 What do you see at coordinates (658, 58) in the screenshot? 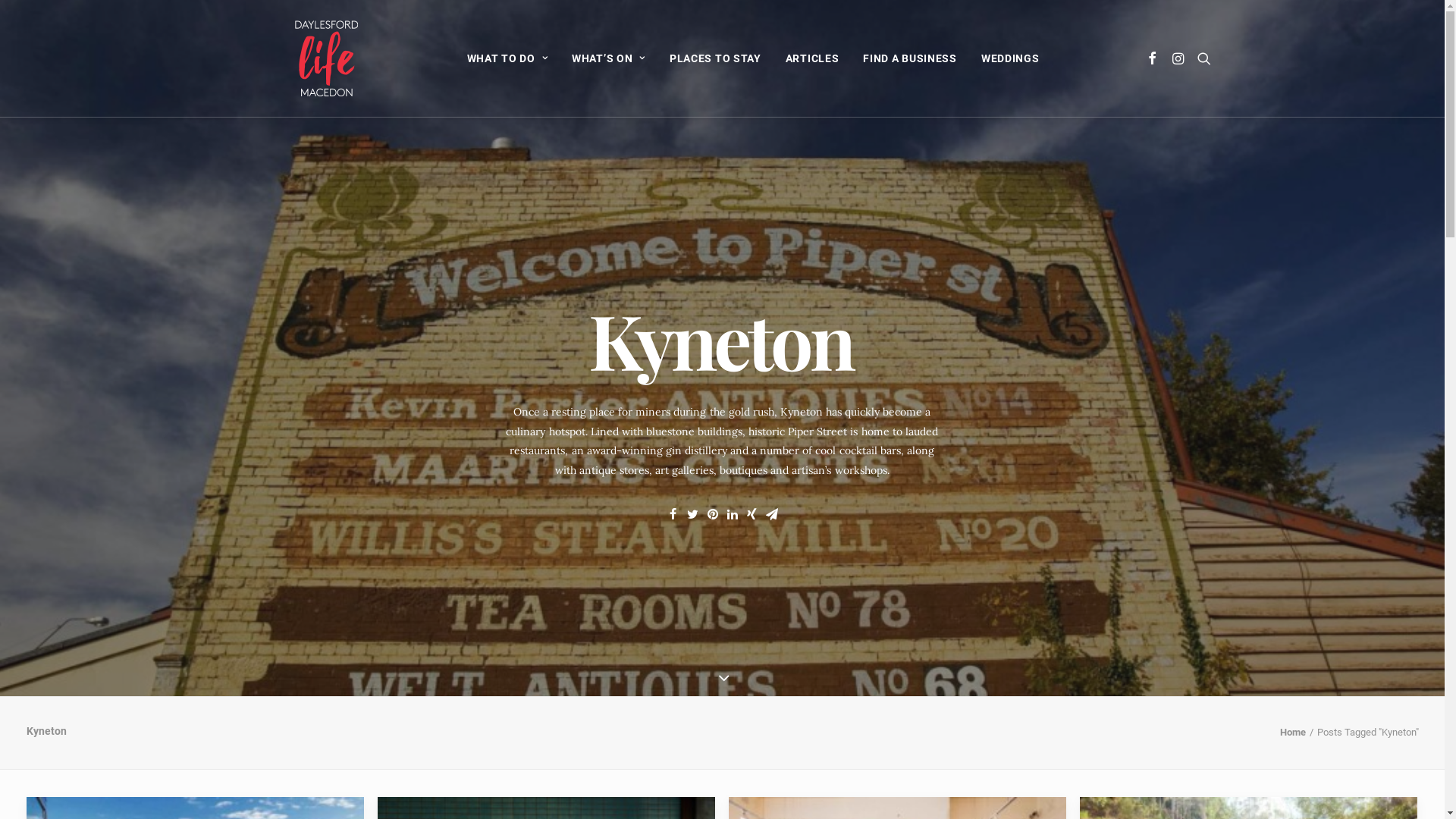
I see `'PLACES TO STAY'` at bounding box center [658, 58].